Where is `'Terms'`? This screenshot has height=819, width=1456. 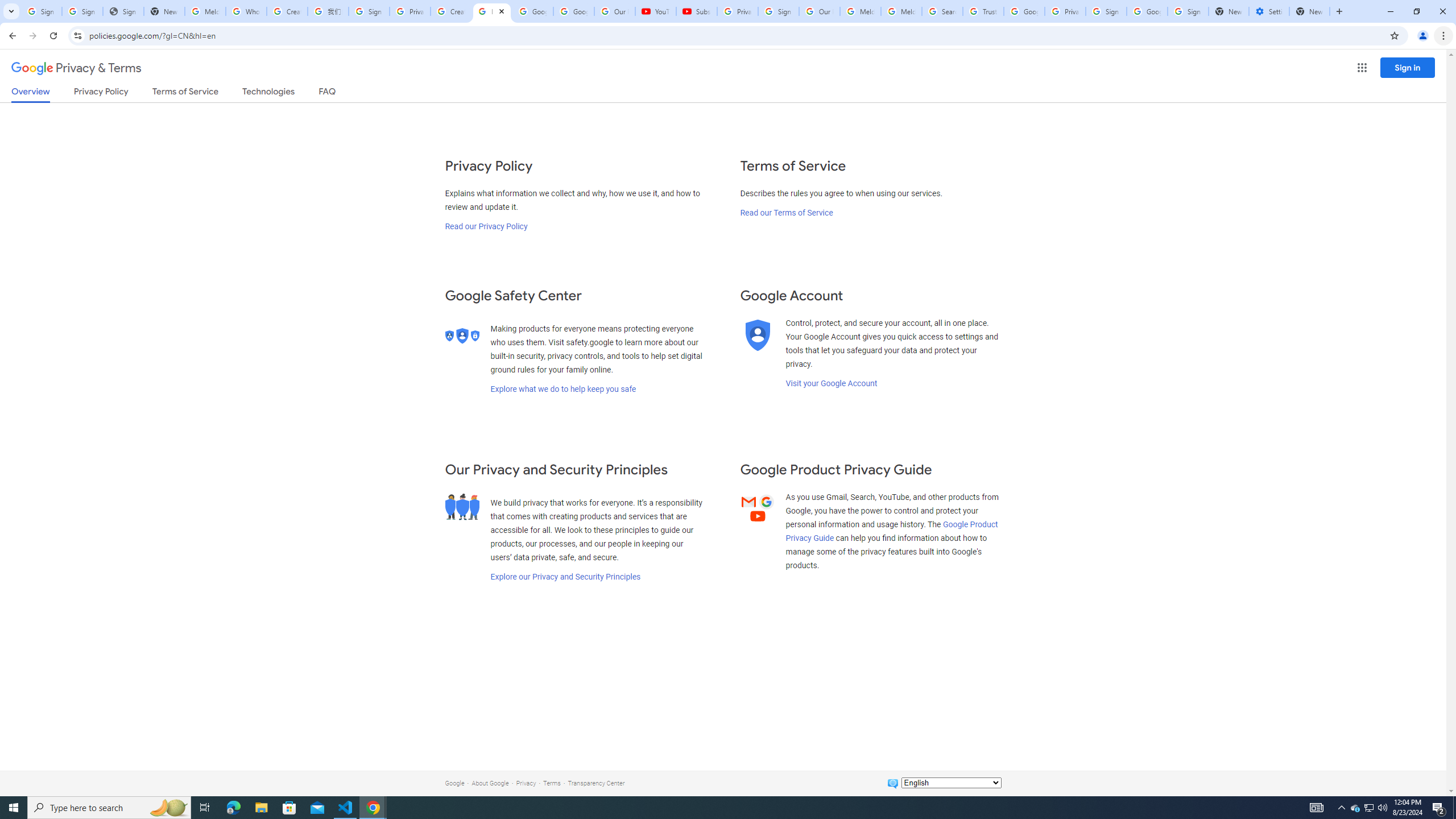 'Terms' is located at coordinates (552, 783).